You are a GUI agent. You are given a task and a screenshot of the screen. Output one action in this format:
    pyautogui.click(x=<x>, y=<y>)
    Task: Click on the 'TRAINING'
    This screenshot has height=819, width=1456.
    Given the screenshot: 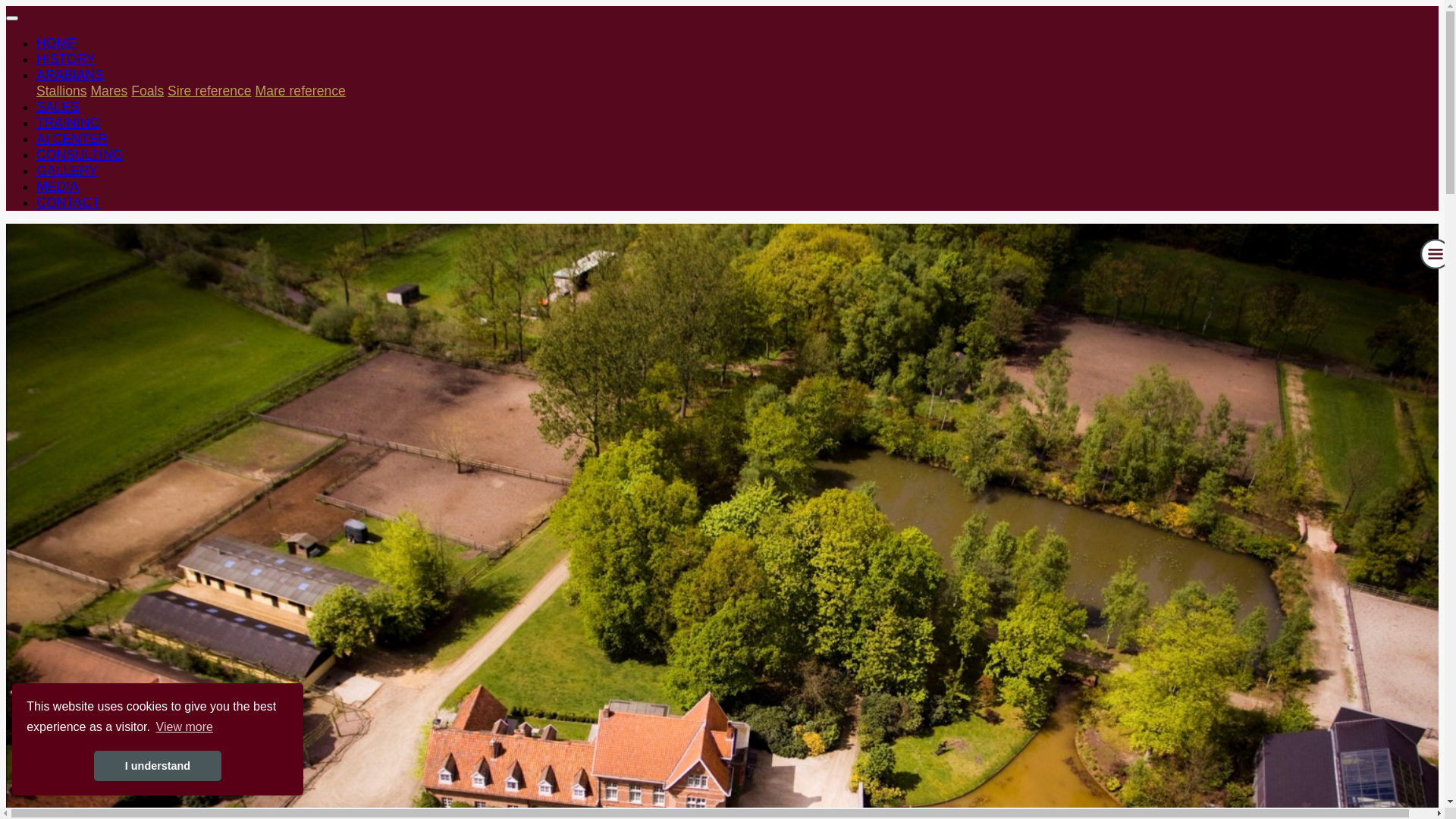 What is the action you would take?
    pyautogui.click(x=36, y=122)
    